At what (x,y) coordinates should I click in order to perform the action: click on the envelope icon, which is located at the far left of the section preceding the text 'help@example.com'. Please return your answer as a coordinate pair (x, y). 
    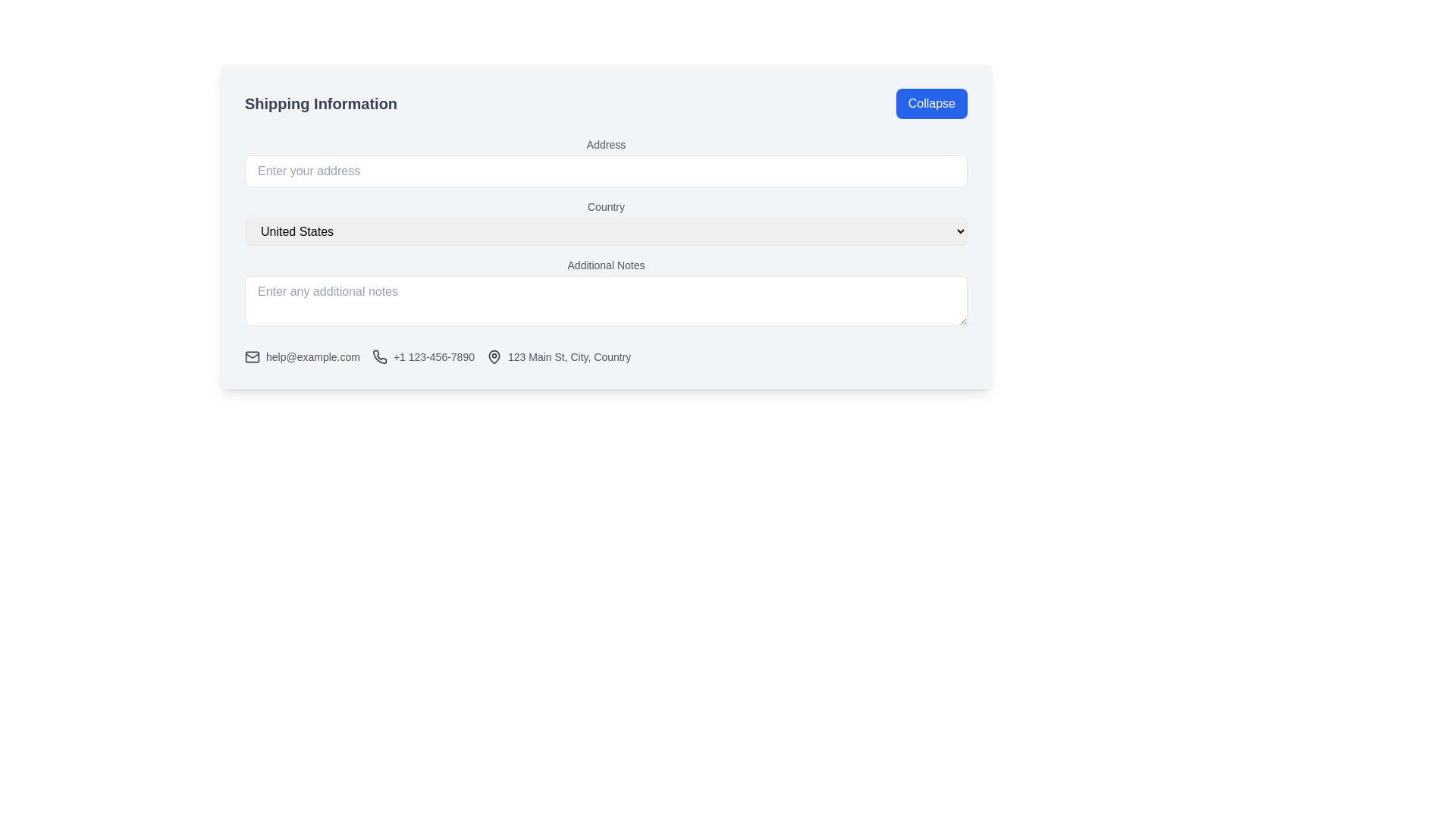
    Looking at the image, I should click on (252, 356).